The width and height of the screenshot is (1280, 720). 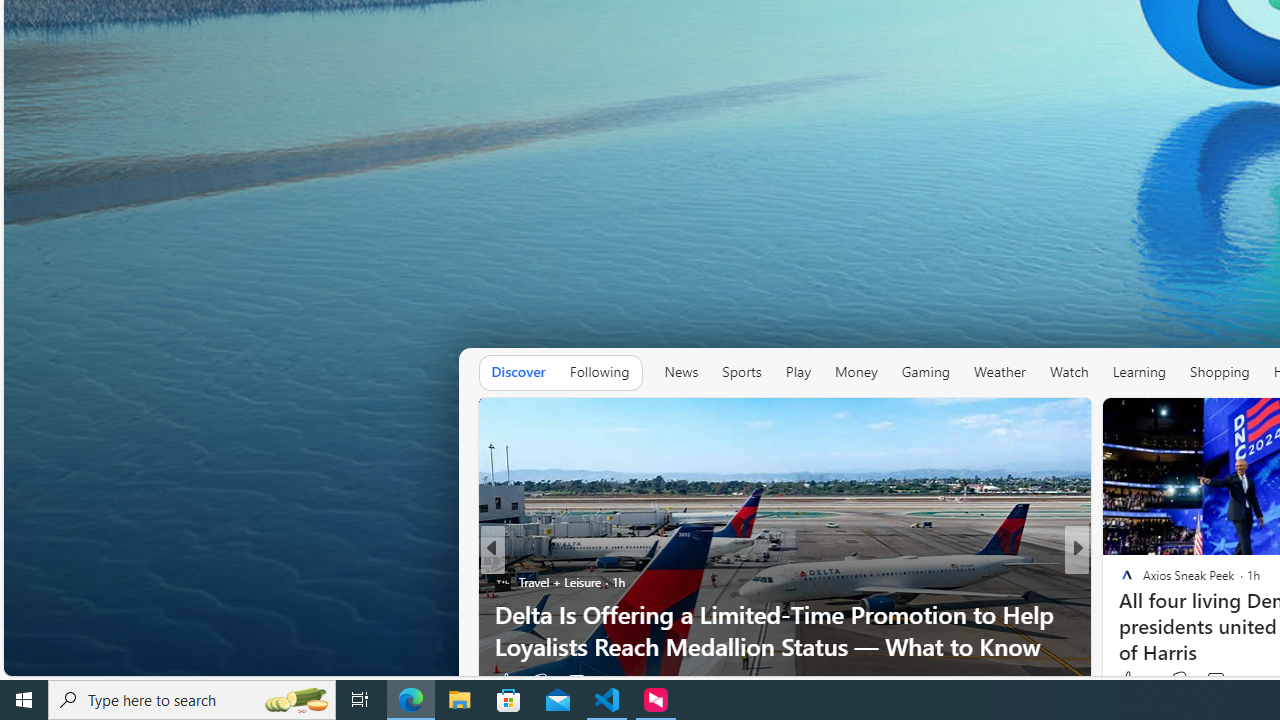 I want to click on 'Learning', so click(x=1139, y=371).